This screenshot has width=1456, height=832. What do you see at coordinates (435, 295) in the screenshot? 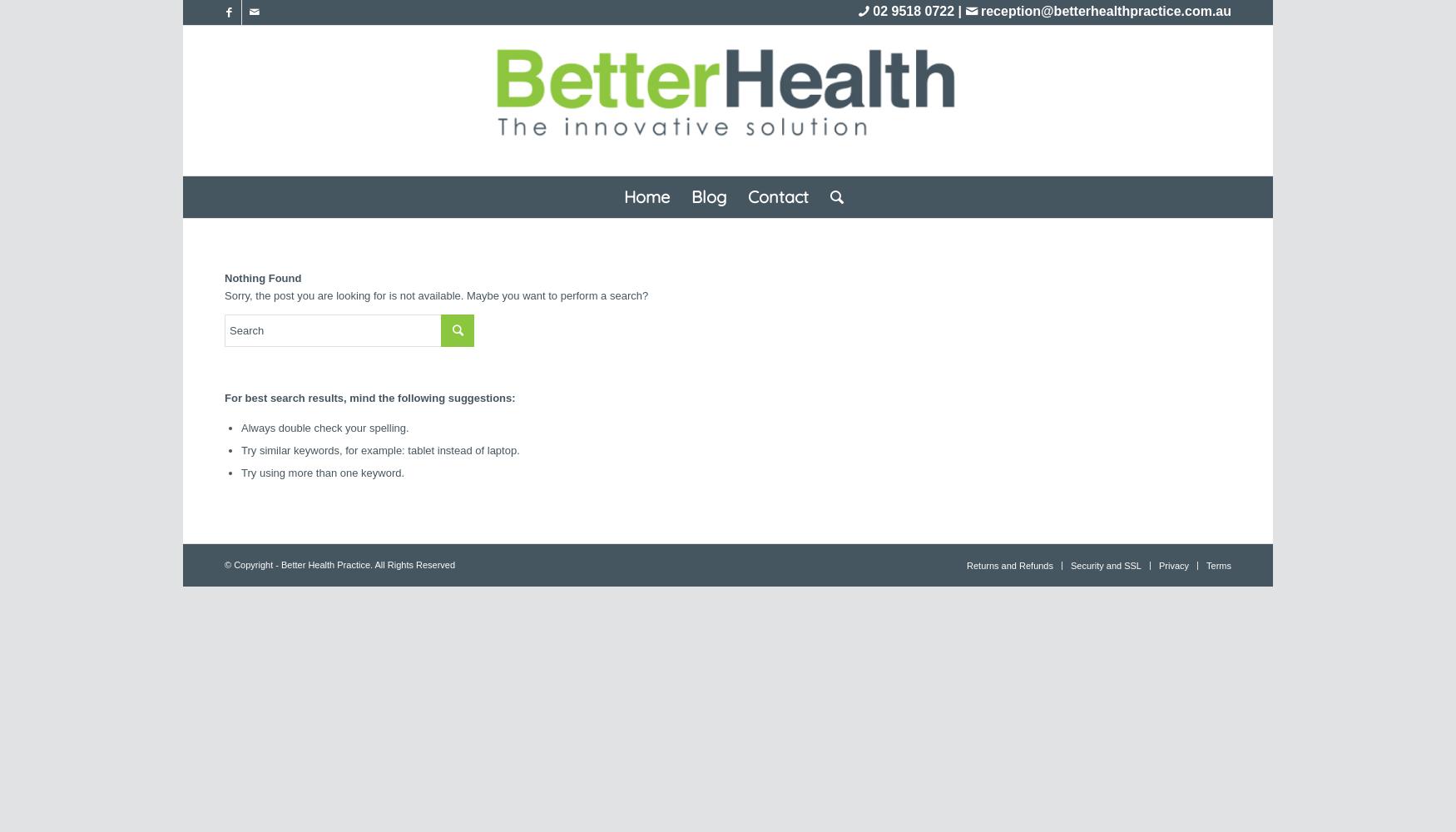
I see `'Sorry, the post you are looking for is not available. Maybe you want to perform a search?'` at bounding box center [435, 295].